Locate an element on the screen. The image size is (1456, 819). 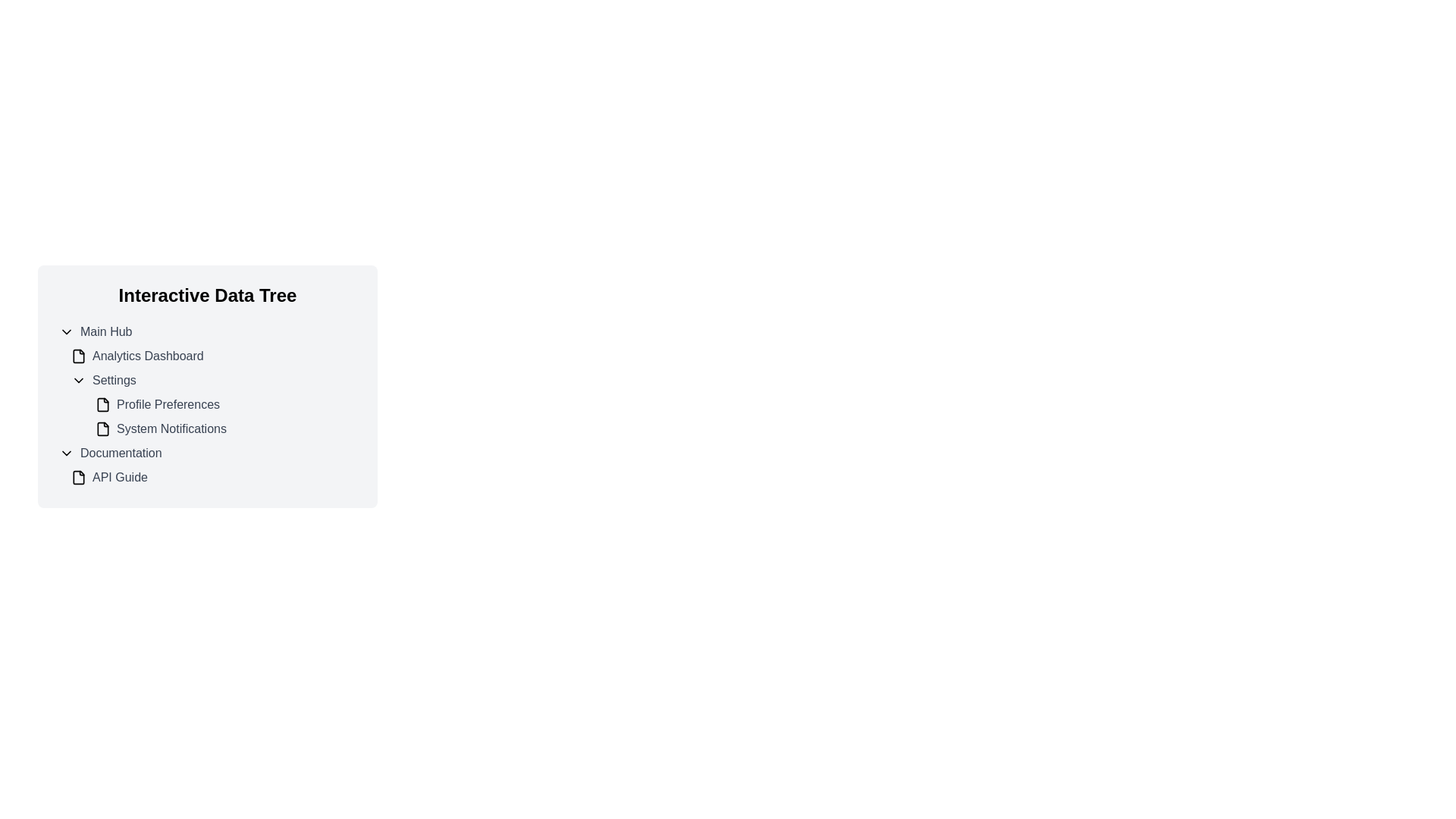
the Text Label directing users to the API guide documentation section, located at the bottom of the 'Documentation' list is located at coordinates (119, 476).